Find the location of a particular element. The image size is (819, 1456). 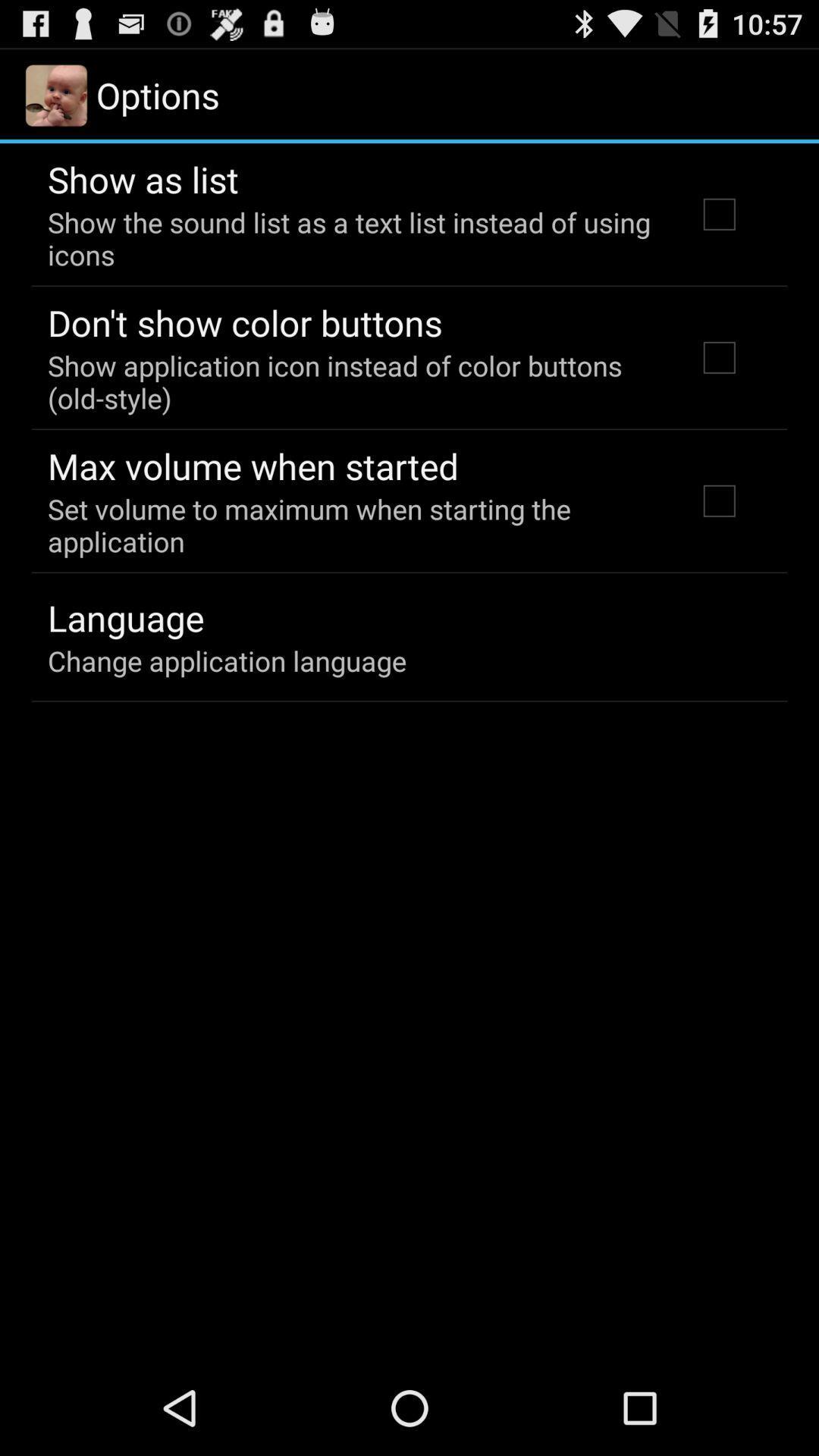

app at the center is located at coordinates (351, 525).